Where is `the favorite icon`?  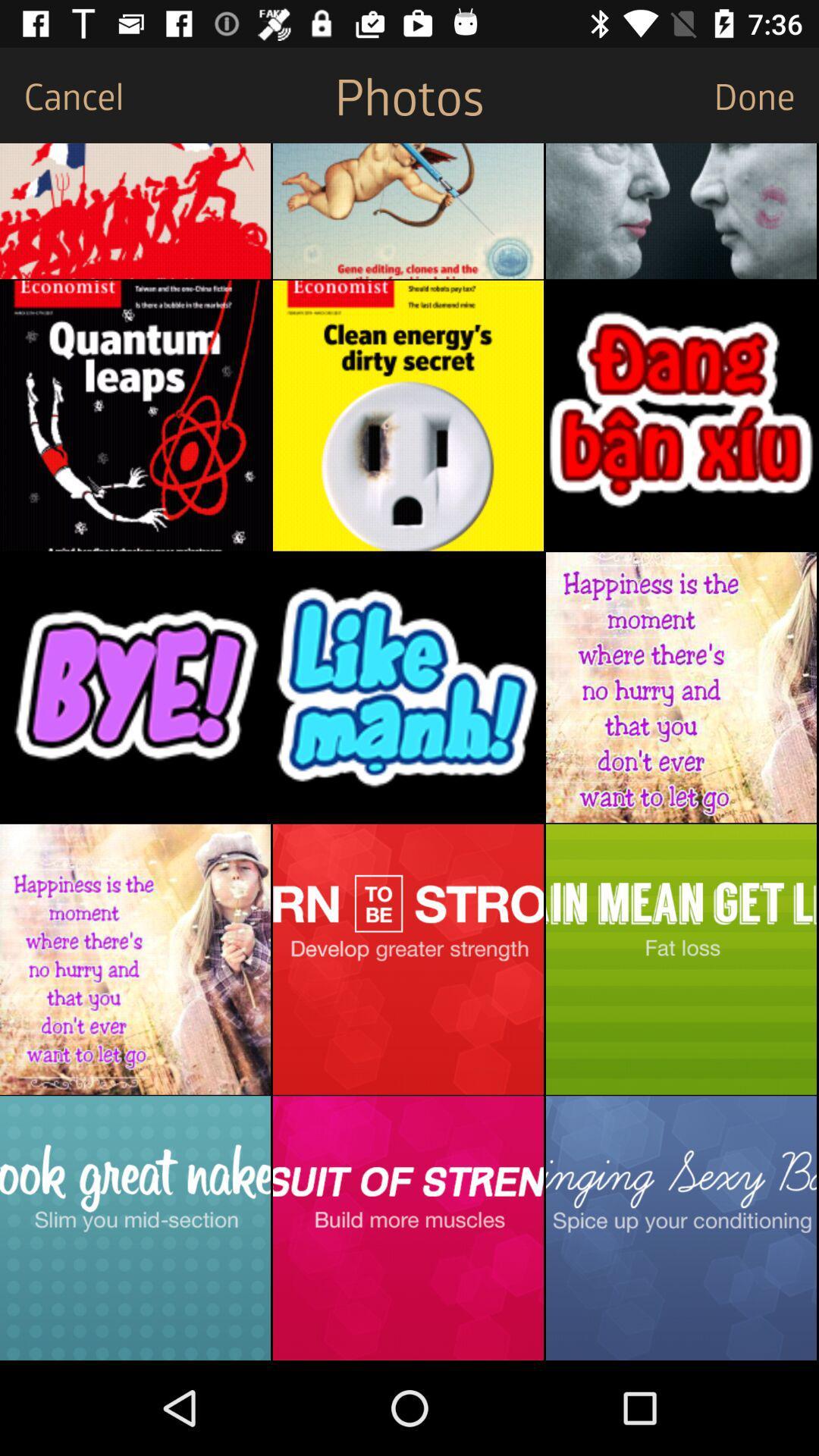
the favorite icon is located at coordinates (407, 210).